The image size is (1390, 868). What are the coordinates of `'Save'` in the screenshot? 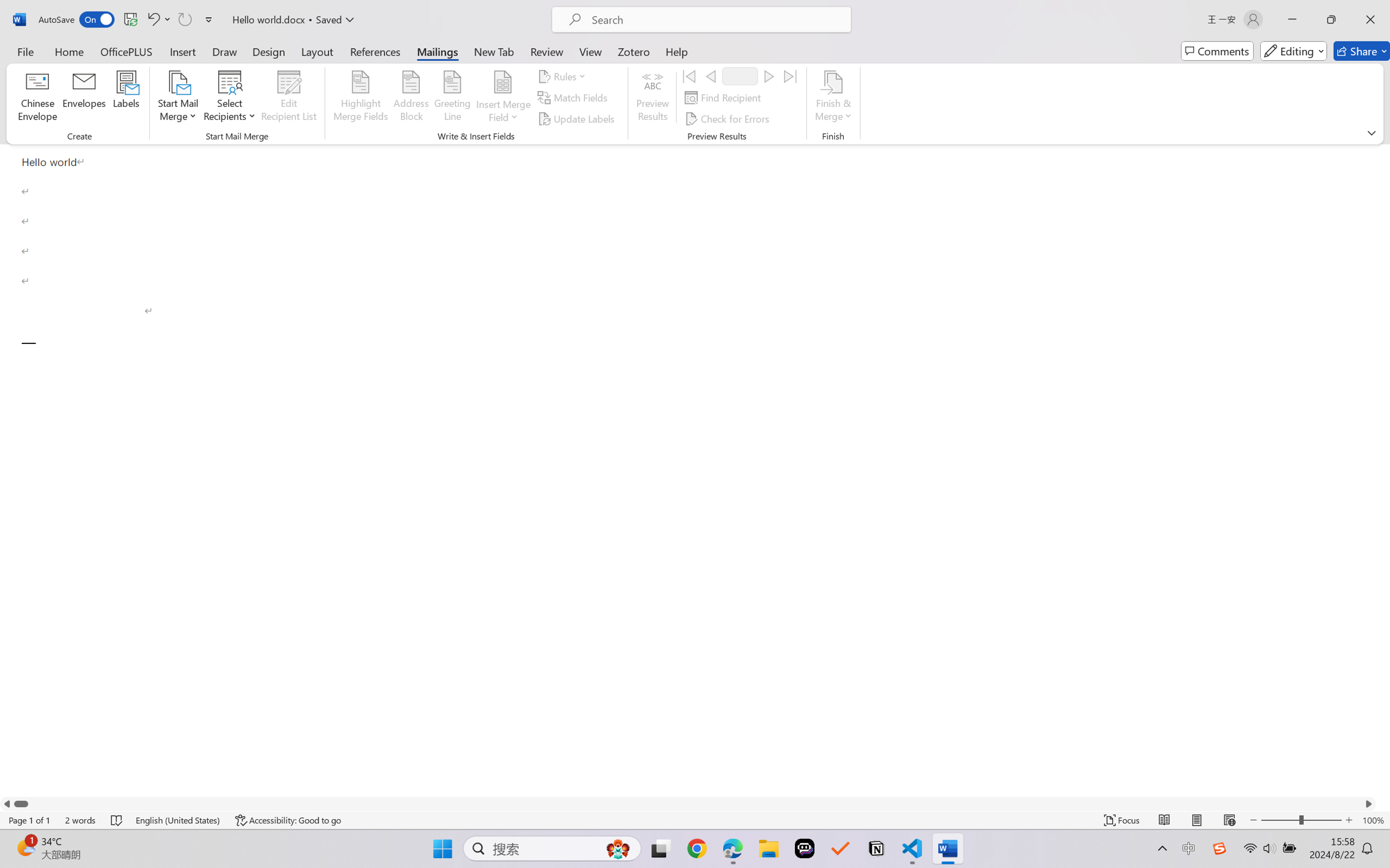 It's located at (130, 19).